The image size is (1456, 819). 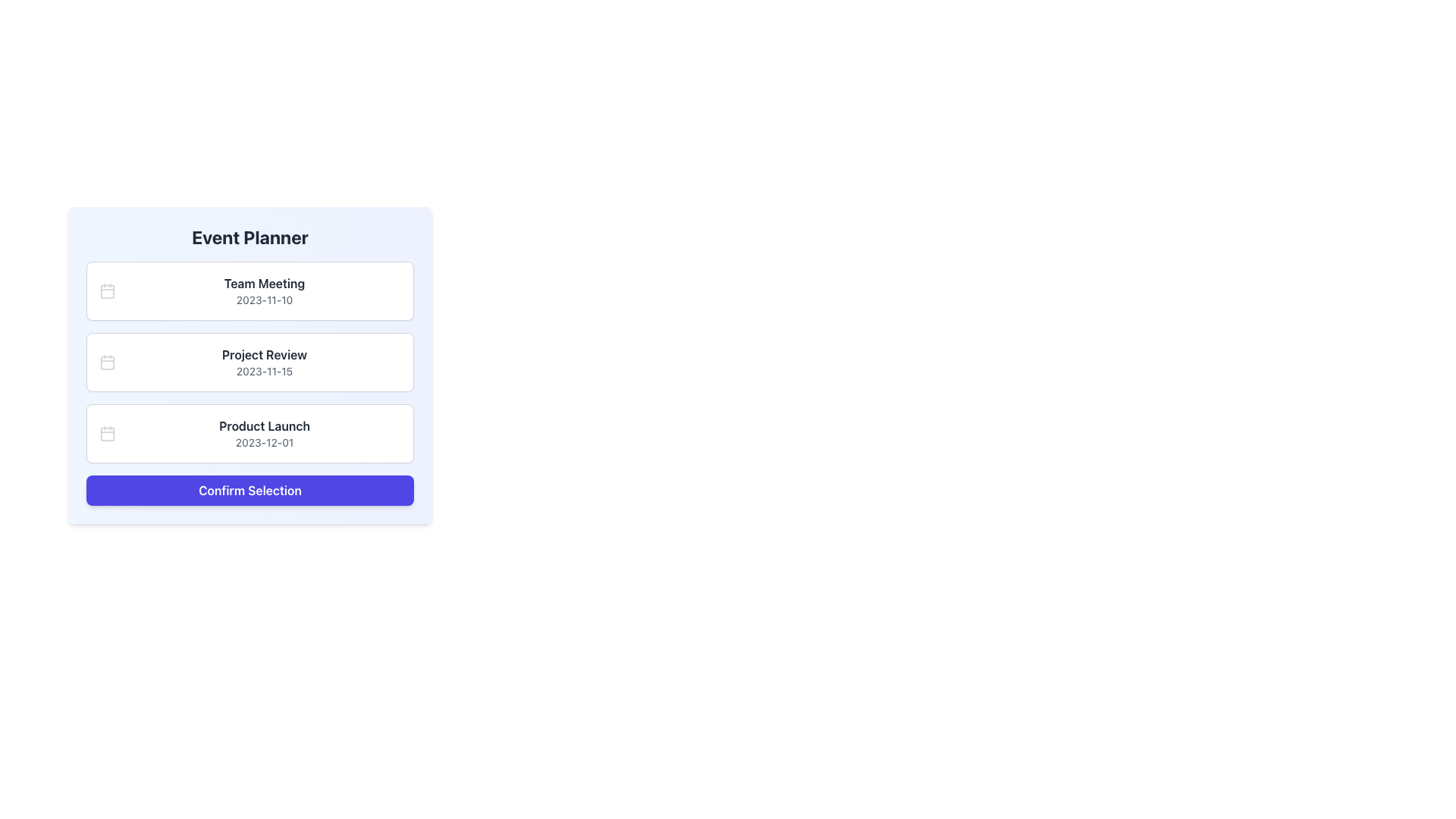 What do you see at coordinates (265, 371) in the screenshot?
I see `the text label displaying the date '2023-11-15' in gray color, located beneath the 'Project Review' title` at bounding box center [265, 371].